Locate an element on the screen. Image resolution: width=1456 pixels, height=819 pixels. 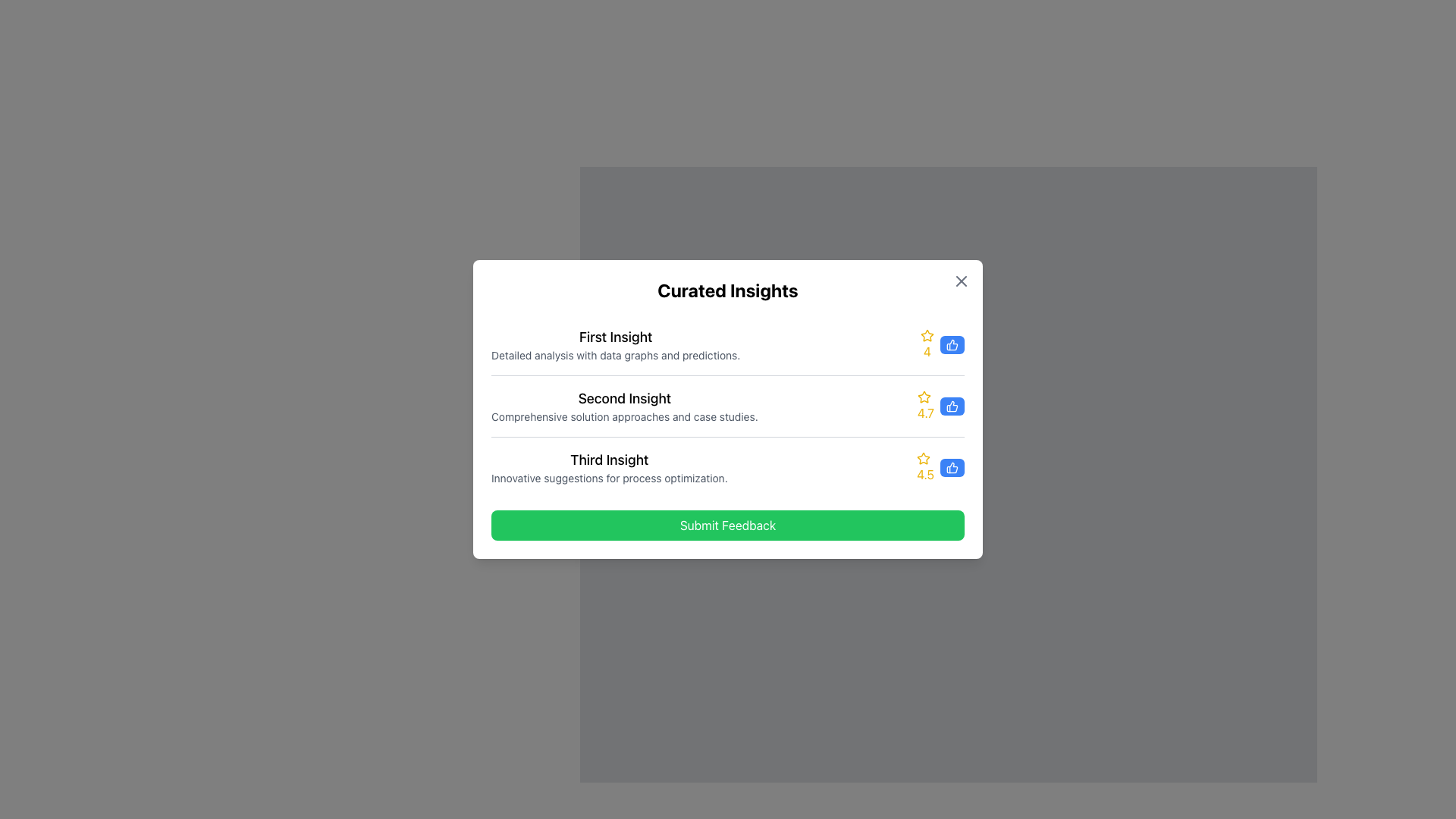
the text label reading 'Third Insight', which is prominently styled in a large and bold font, located centrally in the dialog box above the 'Submit Feedback' button is located at coordinates (609, 459).